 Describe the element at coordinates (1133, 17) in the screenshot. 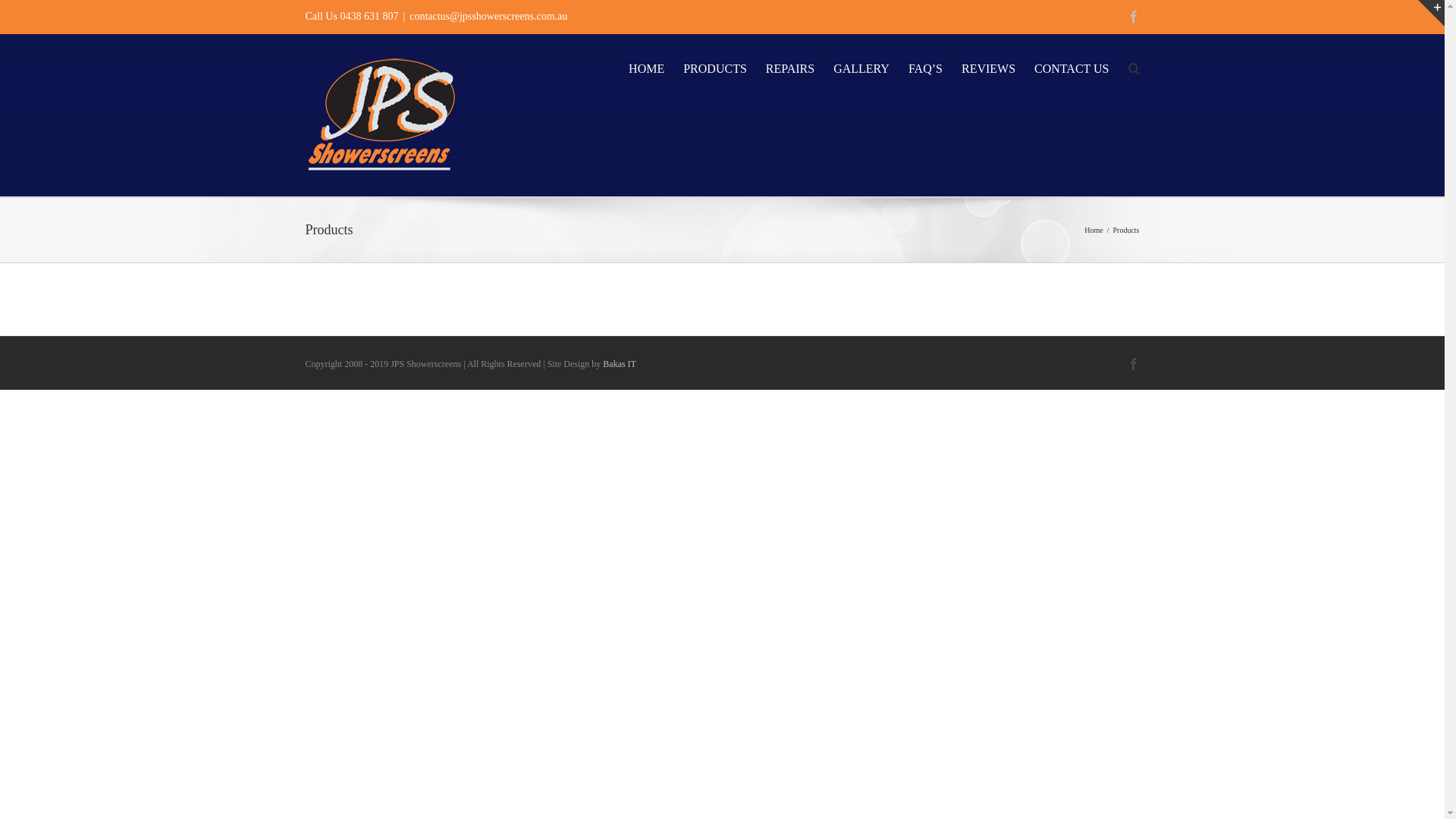

I see `'Facebook'` at that location.